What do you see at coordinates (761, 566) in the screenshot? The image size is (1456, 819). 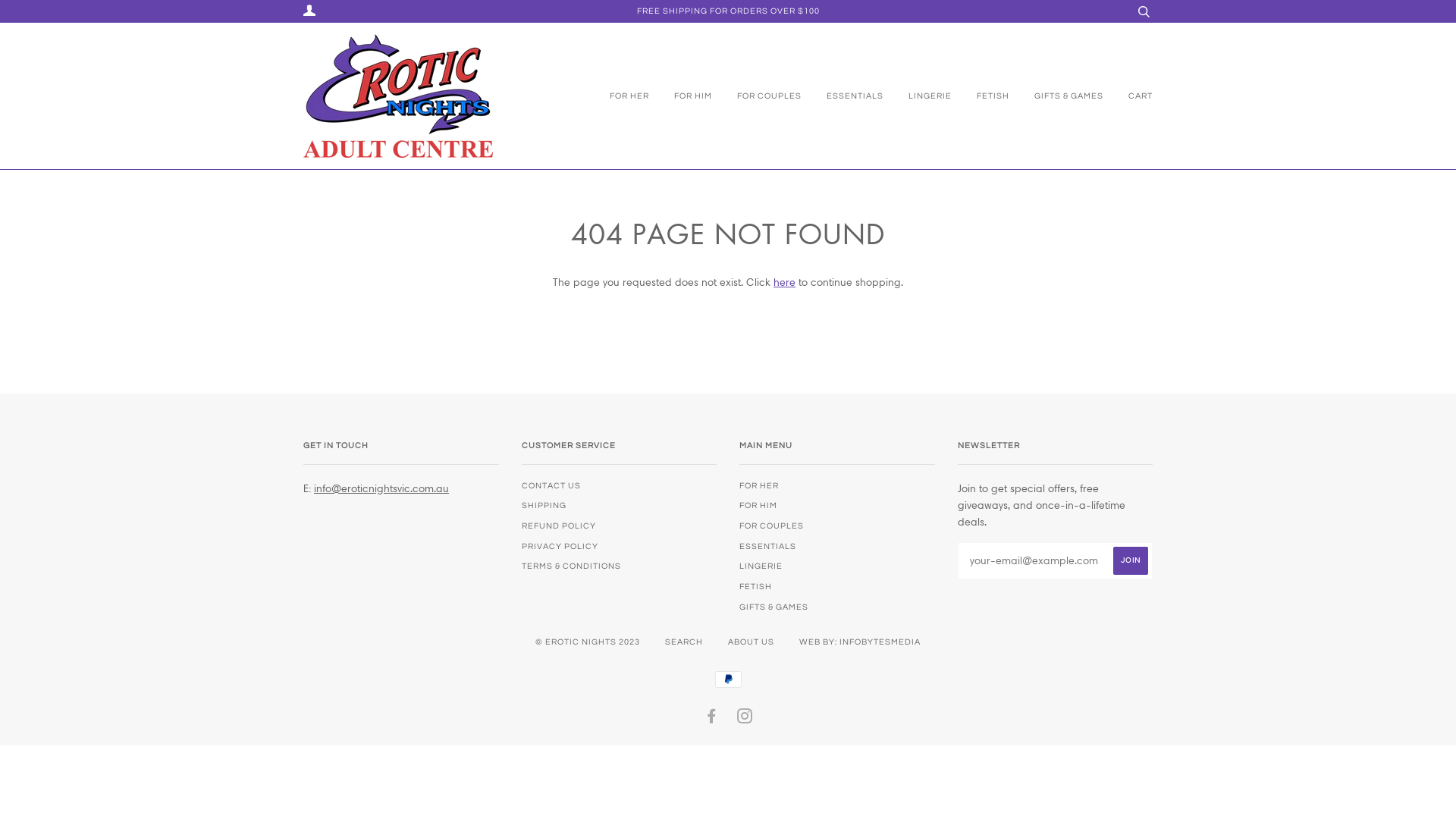 I see `'LINGERIE'` at bounding box center [761, 566].